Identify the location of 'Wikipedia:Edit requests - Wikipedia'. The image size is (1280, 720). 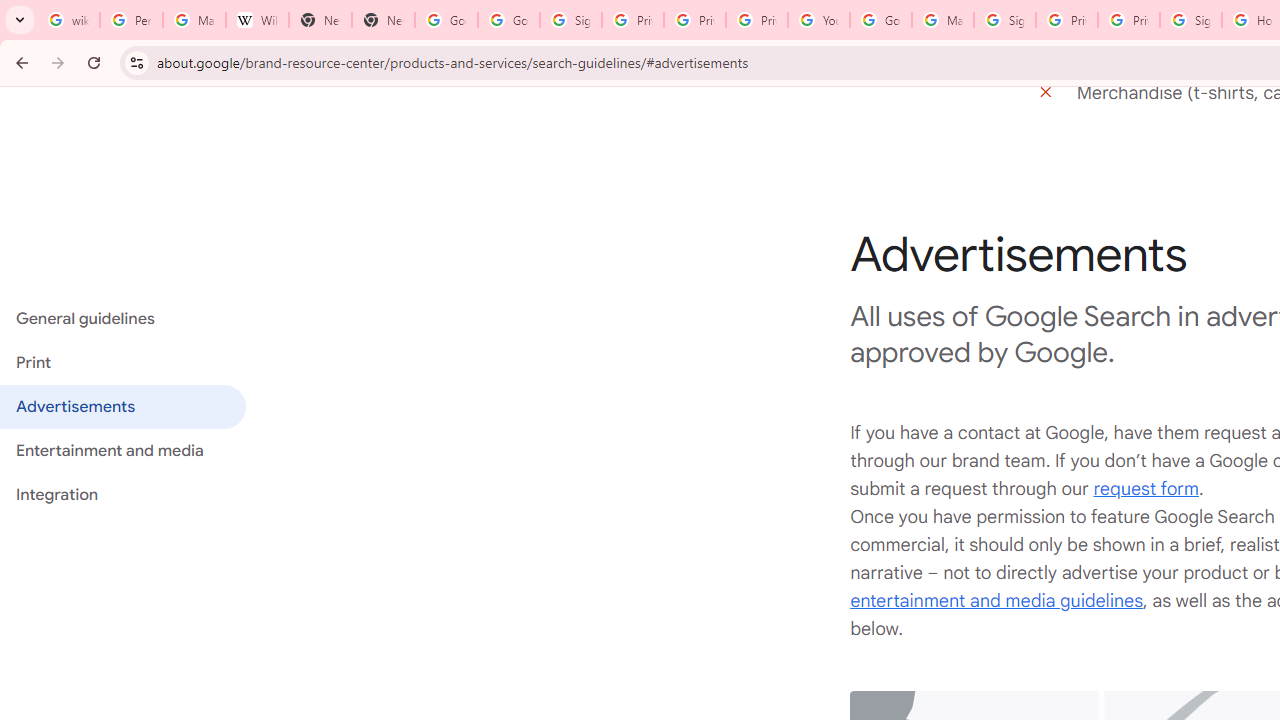
(256, 20).